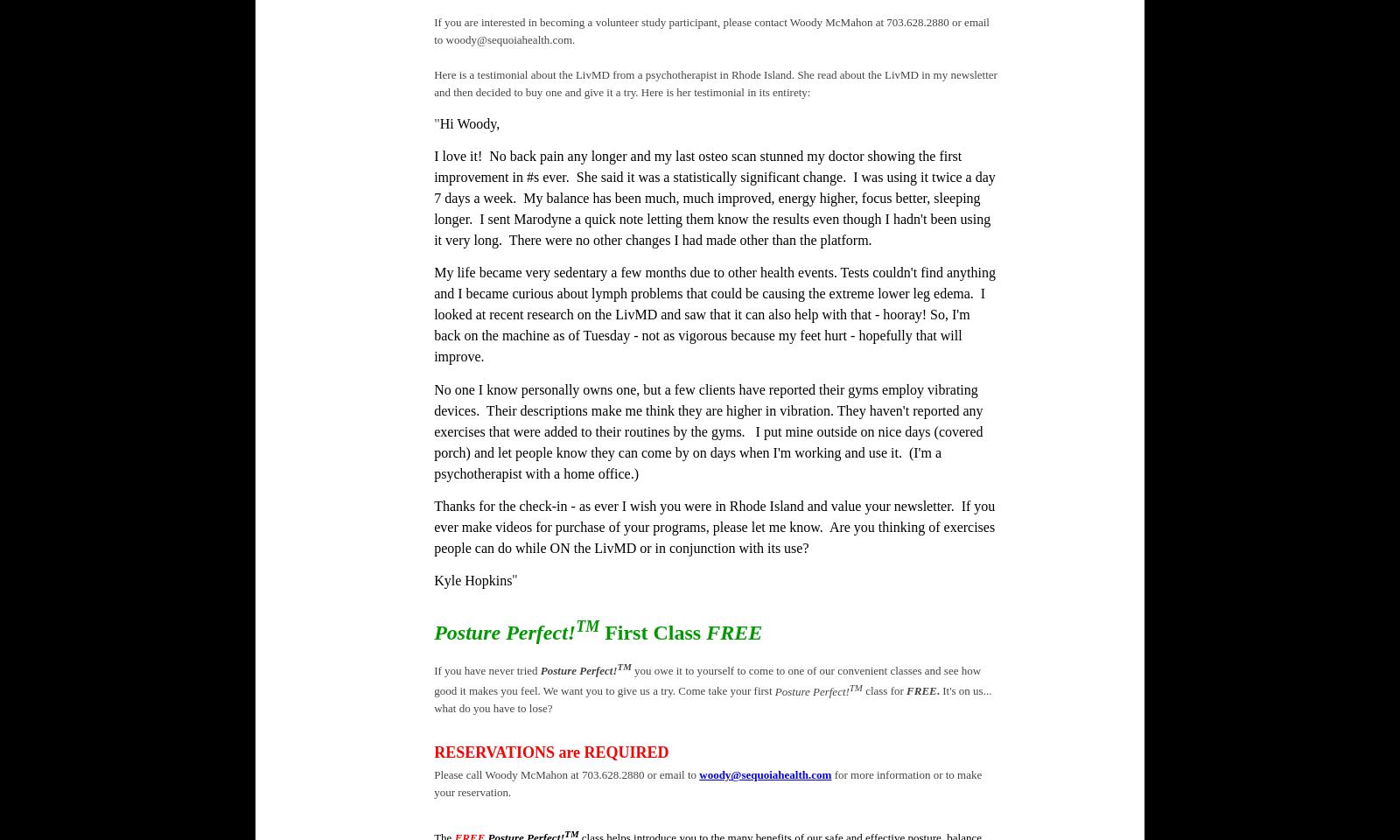  What do you see at coordinates (433, 314) in the screenshot?
I see `'My life became very sedentary a few months due to other health events. Tests couldn't find anything and I became curious about lymph problems that could be causing the extreme lower leg edema.  I looked at recent research on the LivMD and saw that it can also help with that - hooray! So, I'm back on the machine as of Tuesday - not as vigorous because my feet hurt - hopefully that will improve.'` at bounding box center [433, 314].